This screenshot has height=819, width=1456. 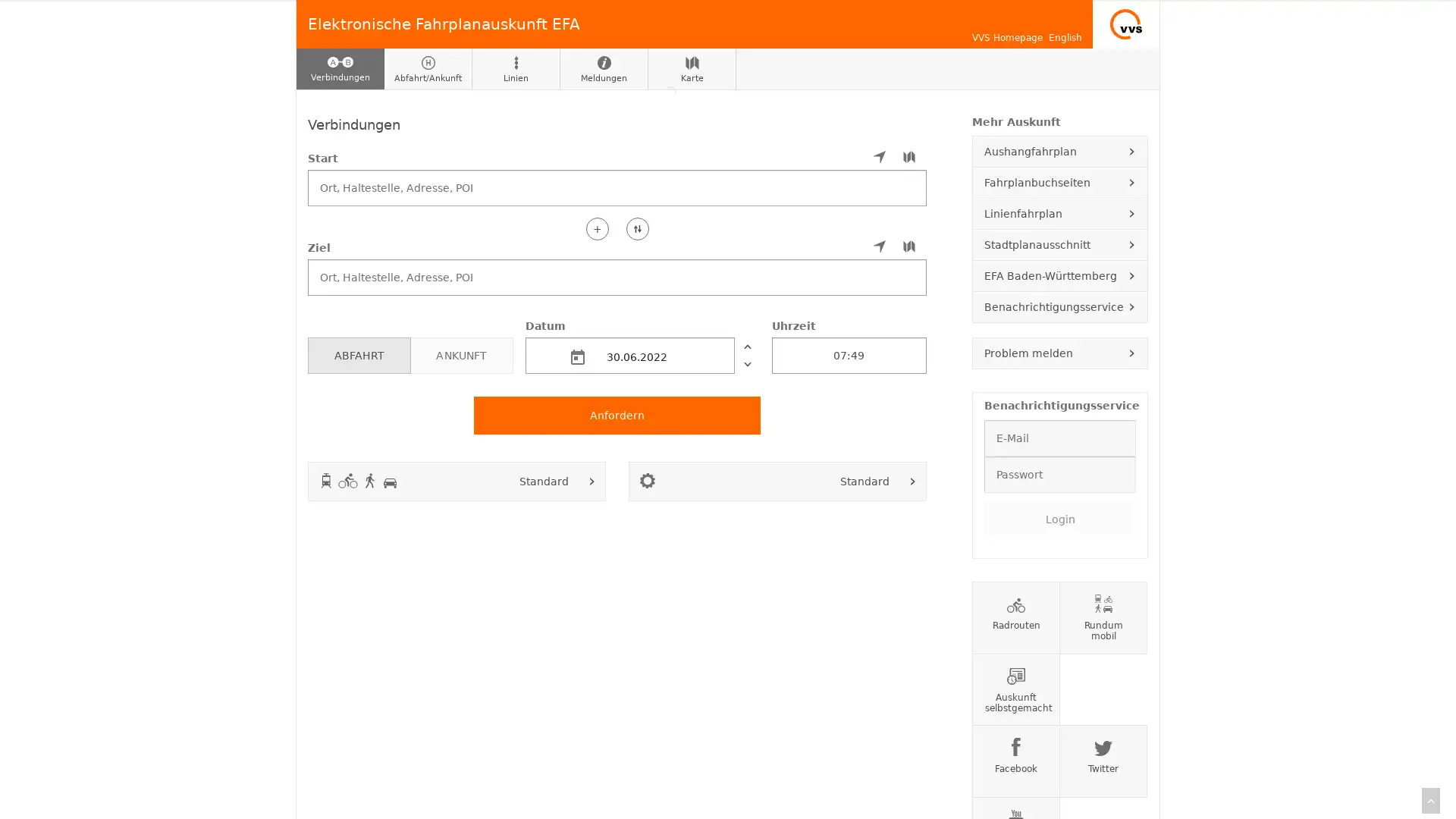 I want to click on vorher, so click(x=746, y=345).